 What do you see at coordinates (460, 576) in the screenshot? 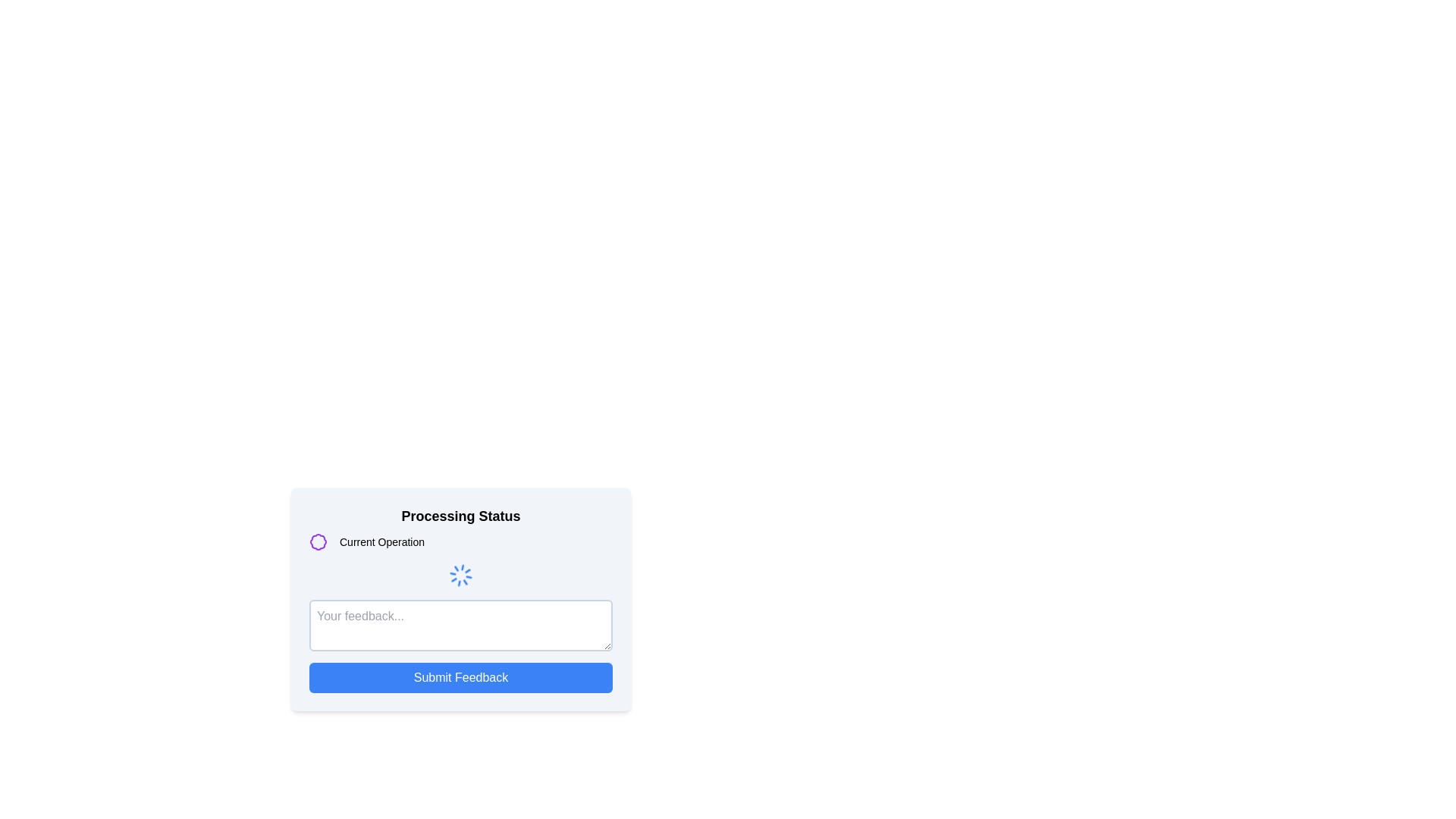
I see `the blue spinning loader icon representing the activity indicator located beneath the 'Current Operation' text in the main content area of the card layout` at bounding box center [460, 576].